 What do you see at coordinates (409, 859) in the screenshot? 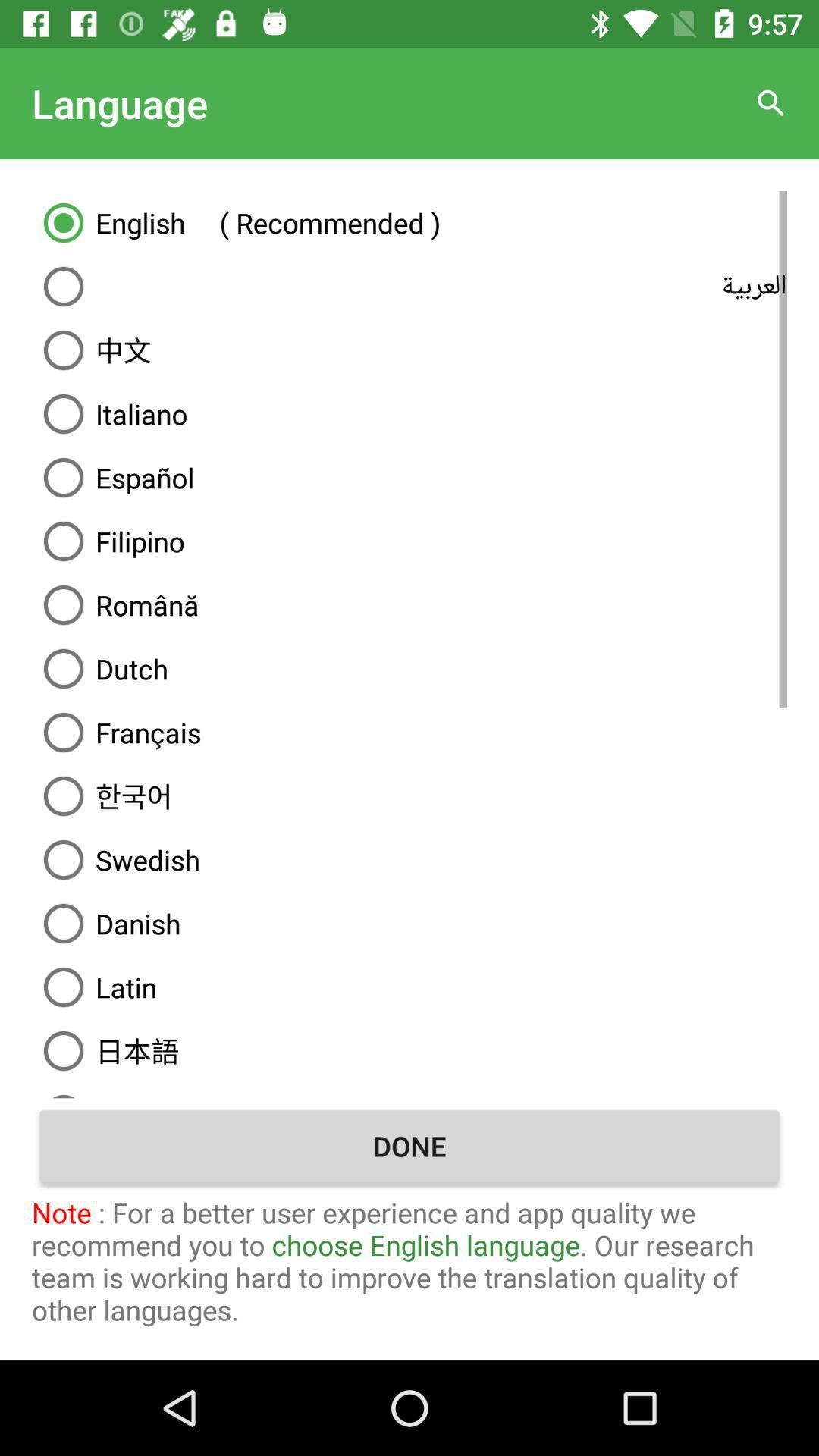
I see `the swedish icon` at bounding box center [409, 859].